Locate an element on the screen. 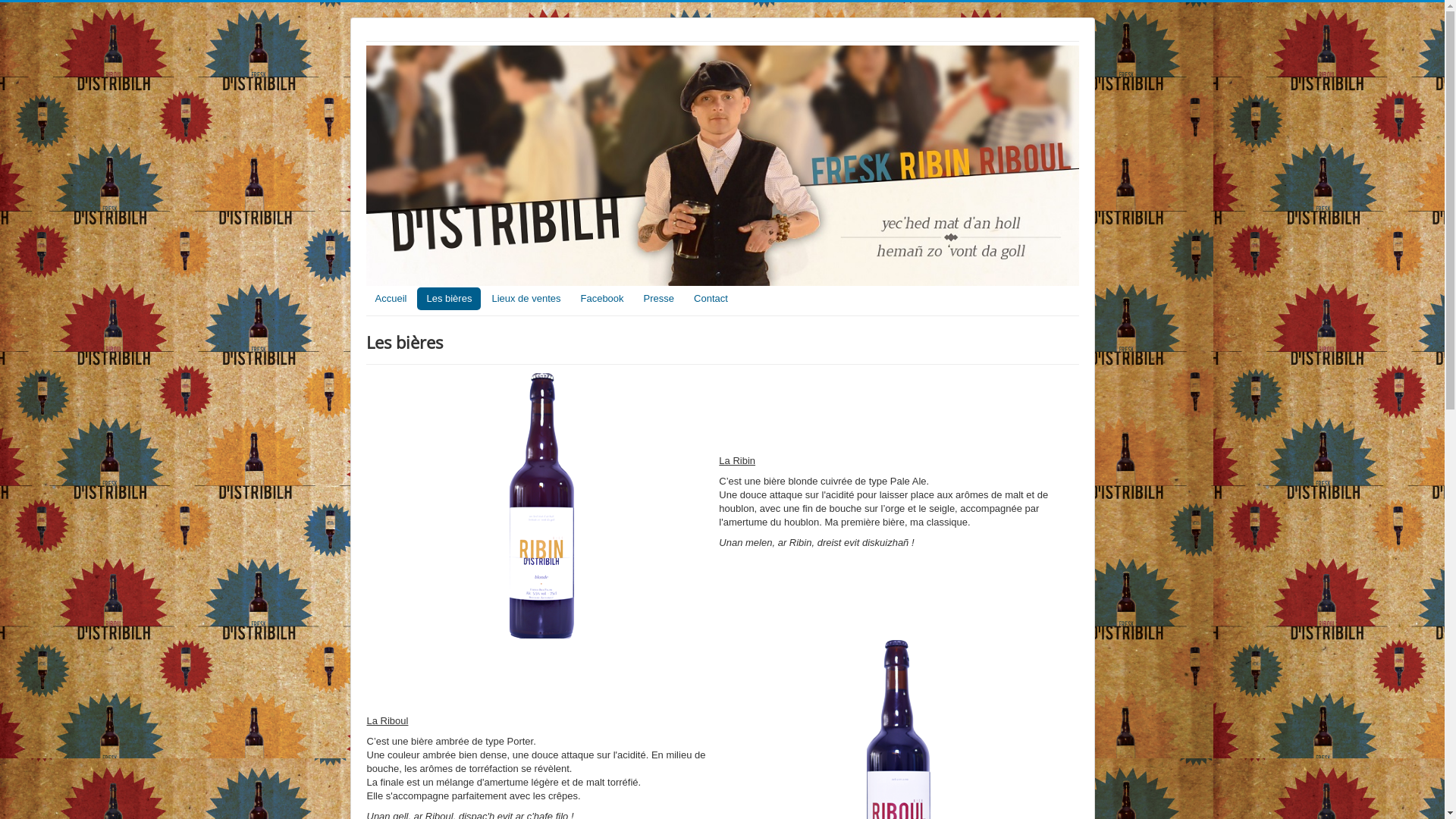  'Lieux de ventes' is located at coordinates (481, 298).